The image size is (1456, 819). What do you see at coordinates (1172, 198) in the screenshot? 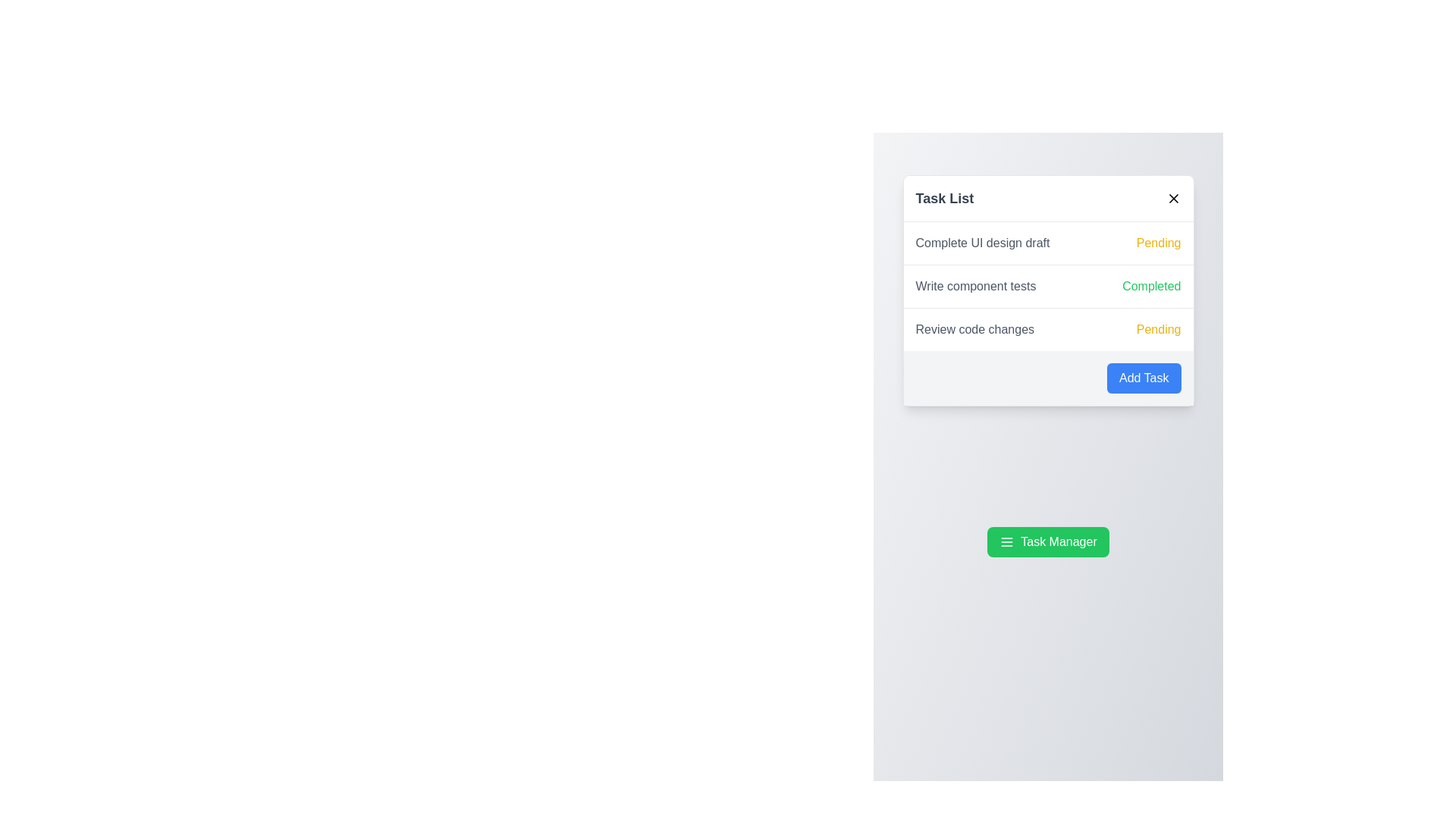
I see `the close icon button located in the top-right corner of the task list card` at bounding box center [1172, 198].